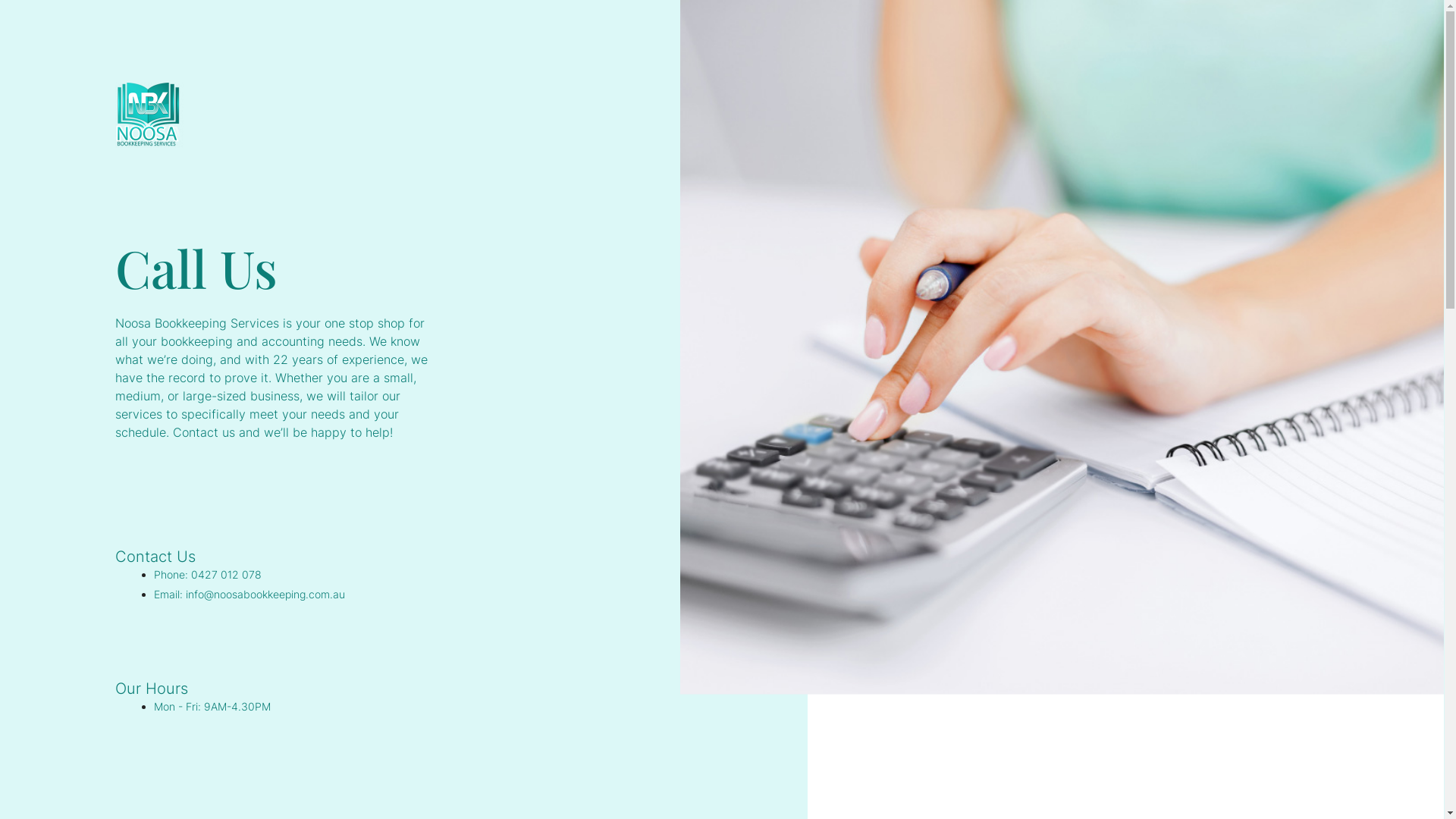 The width and height of the screenshot is (1456, 819). Describe the element at coordinates (153, 593) in the screenshot. I see `'Email: info@noosabookkeeping.com.au'` at that location.